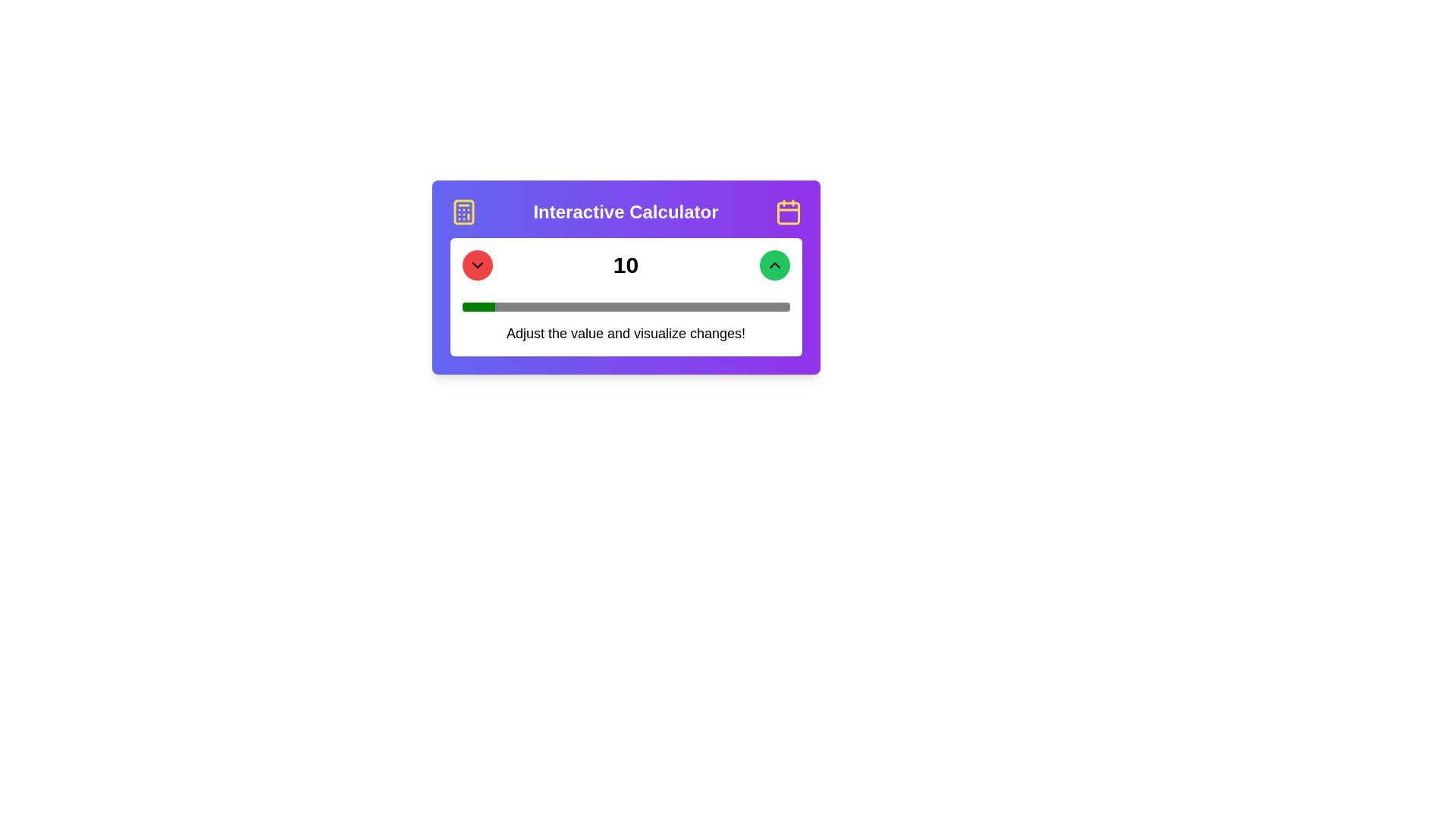 This screenshot has height=819, width=1456. I want to click on the static text display showing the number '10', which is styled with bold and large fonts in black color, so click(626, 265).